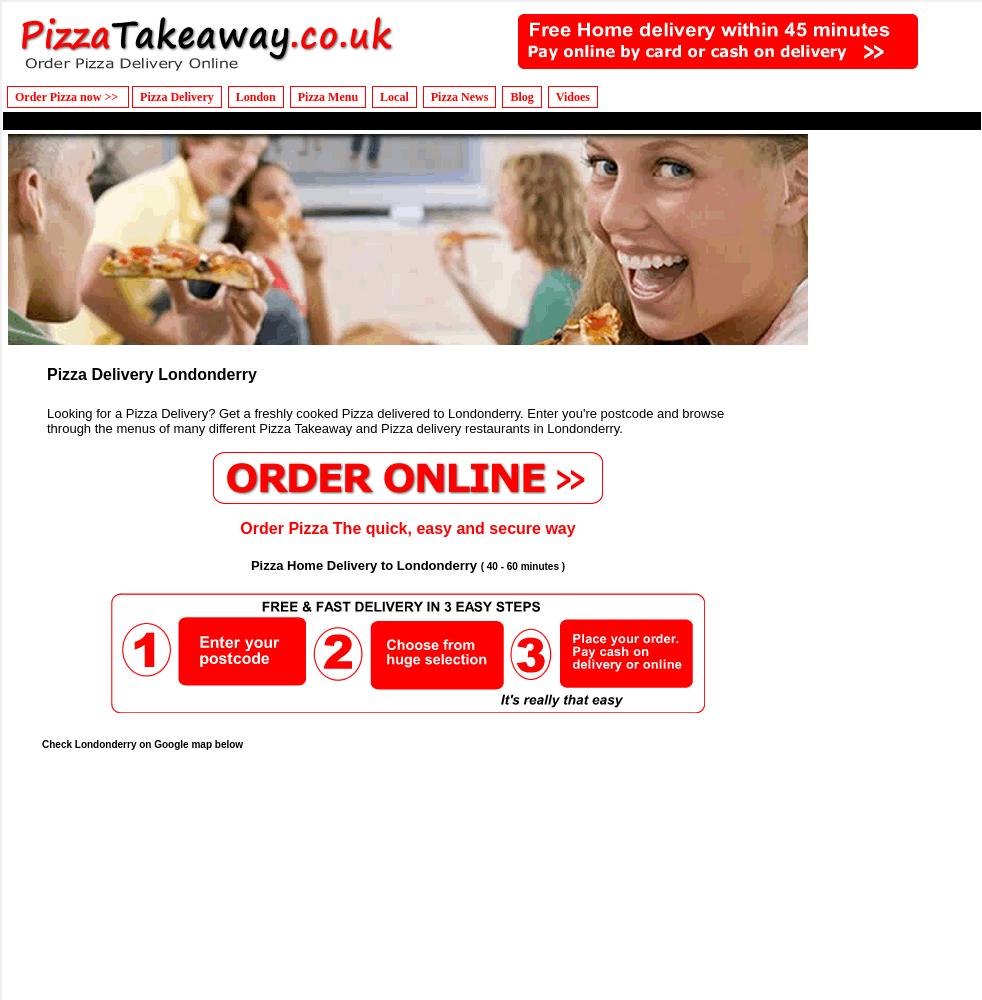  I want to click on 'Pizza News', so click(430, 96).